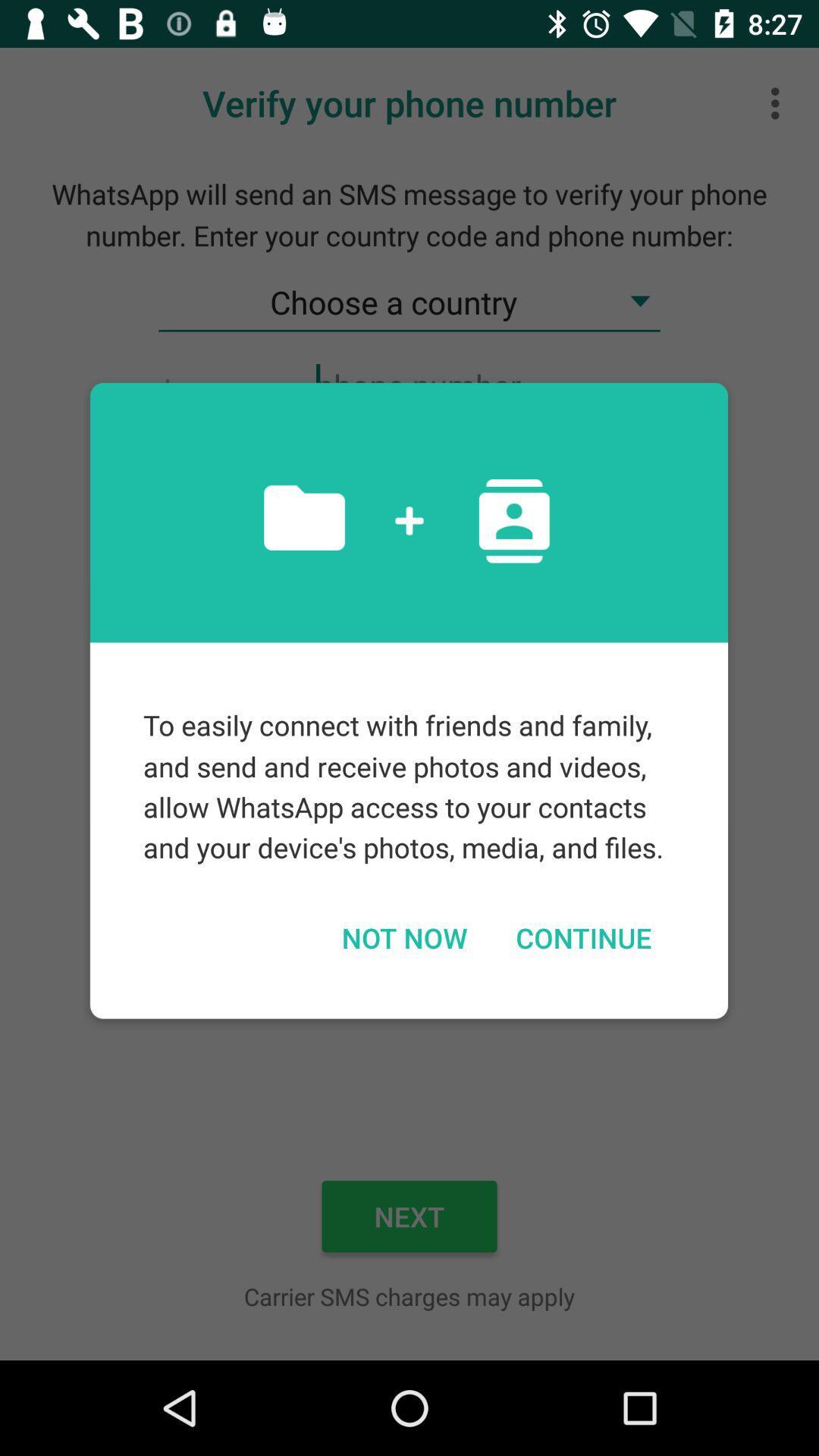  I want to click on the continue item, so click(582, 937).